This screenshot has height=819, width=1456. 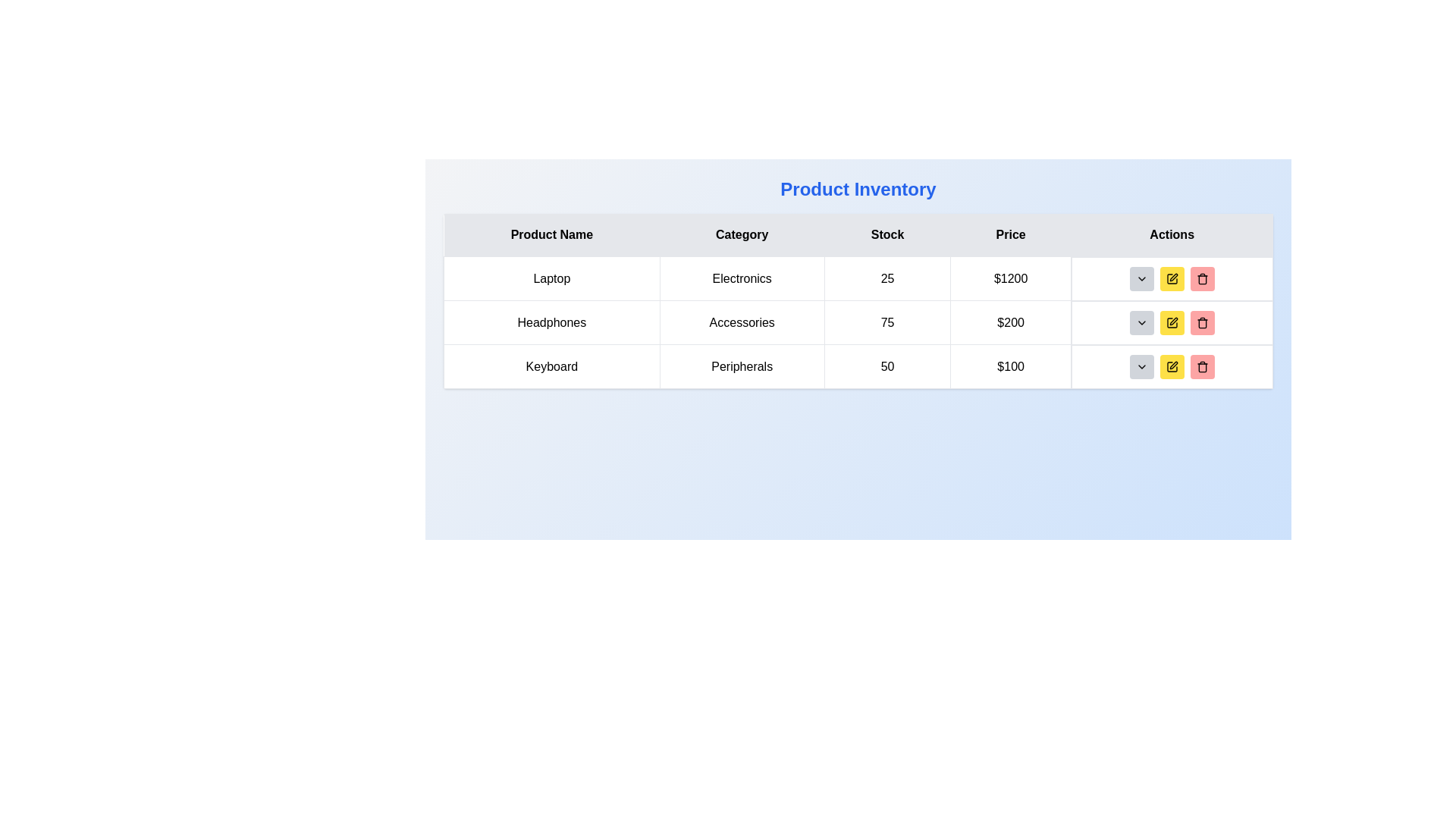 I want to click on the delete button located in the 'Actions' column of the third row in the product inventory table, so click(x=1201, y=366).